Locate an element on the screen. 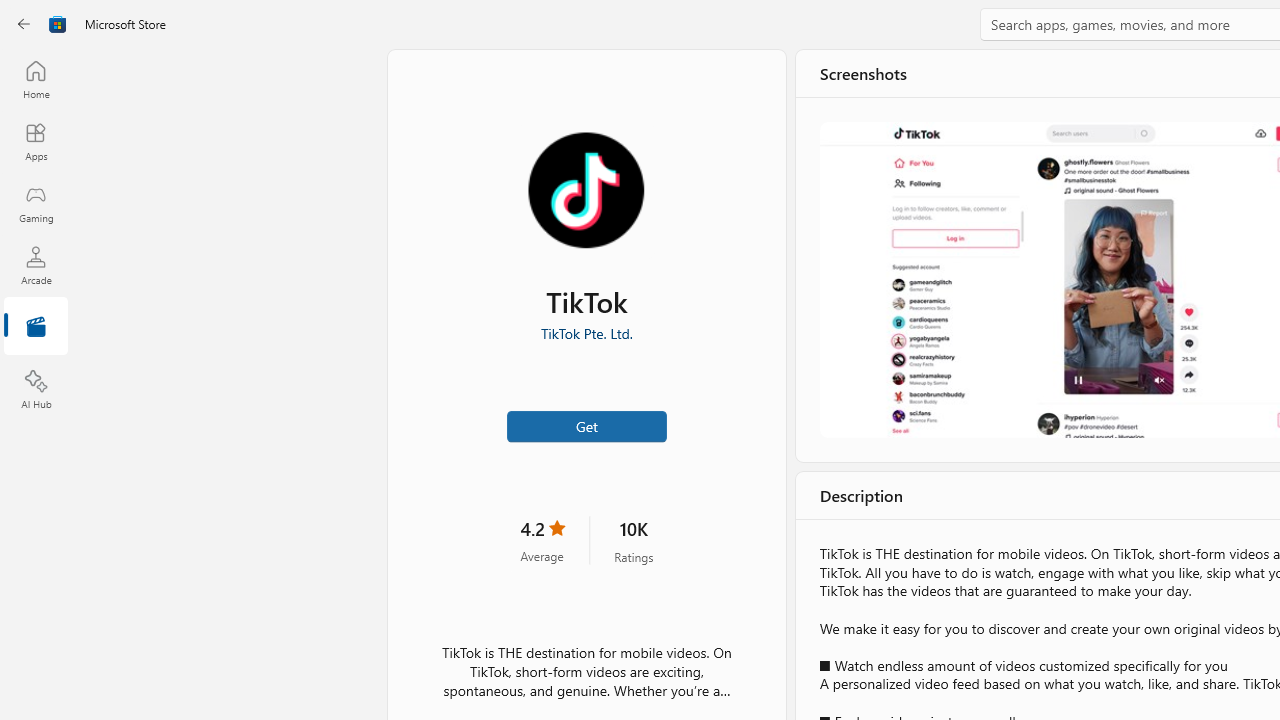 The height and width of the screenshot is (720, 1280). 'Entertainment' is located at coordinates (35, 326).